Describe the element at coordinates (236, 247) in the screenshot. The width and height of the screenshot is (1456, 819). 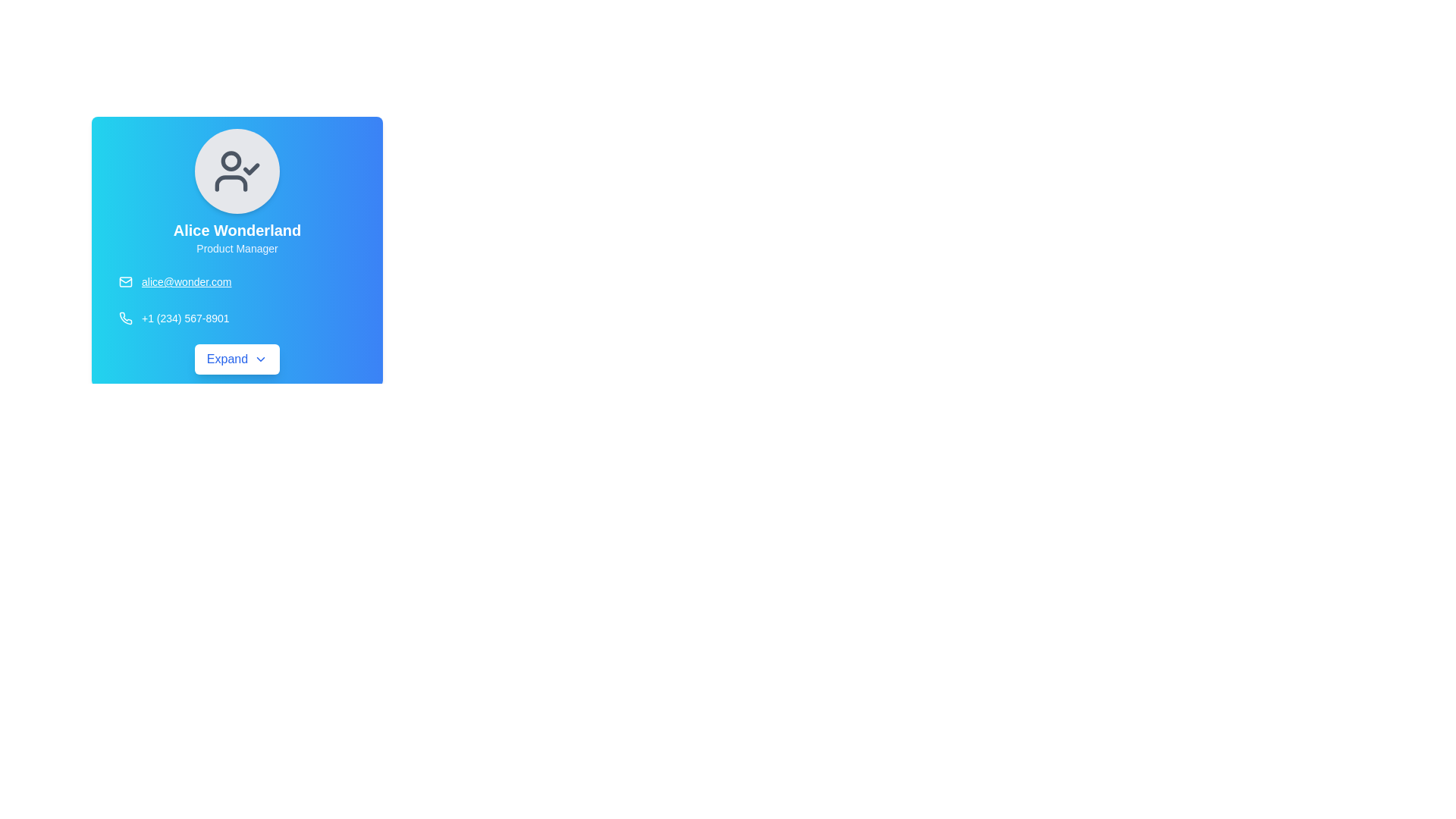
I see `the text label element displaying 'Product Manager'` at that location.